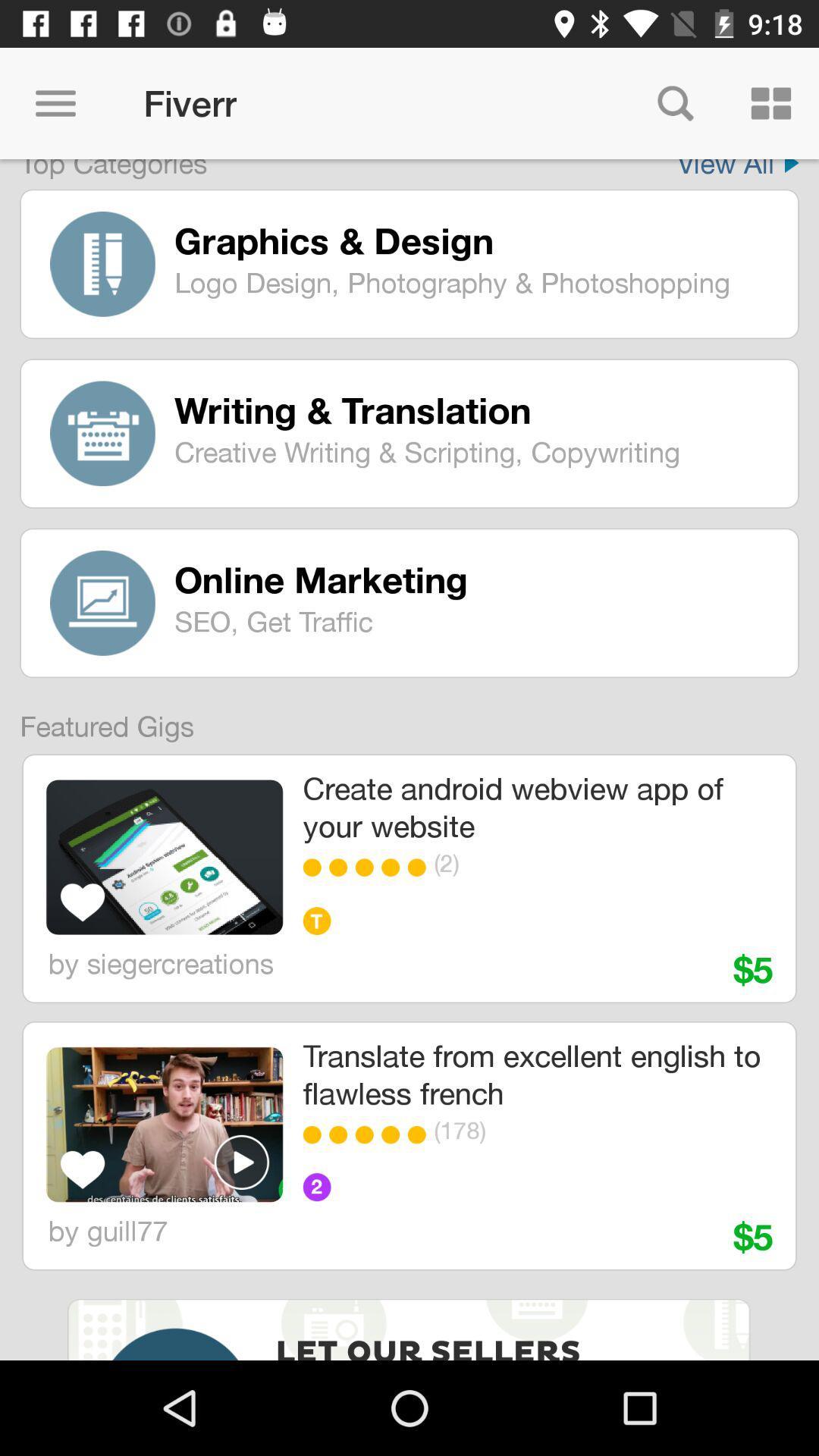 Image resolution: width=819 pixels, height=1456 pixels. What do you see at coordinates (536, 806) in the screenshot?
I see `the create android webview` at bounding box center [536, 806].